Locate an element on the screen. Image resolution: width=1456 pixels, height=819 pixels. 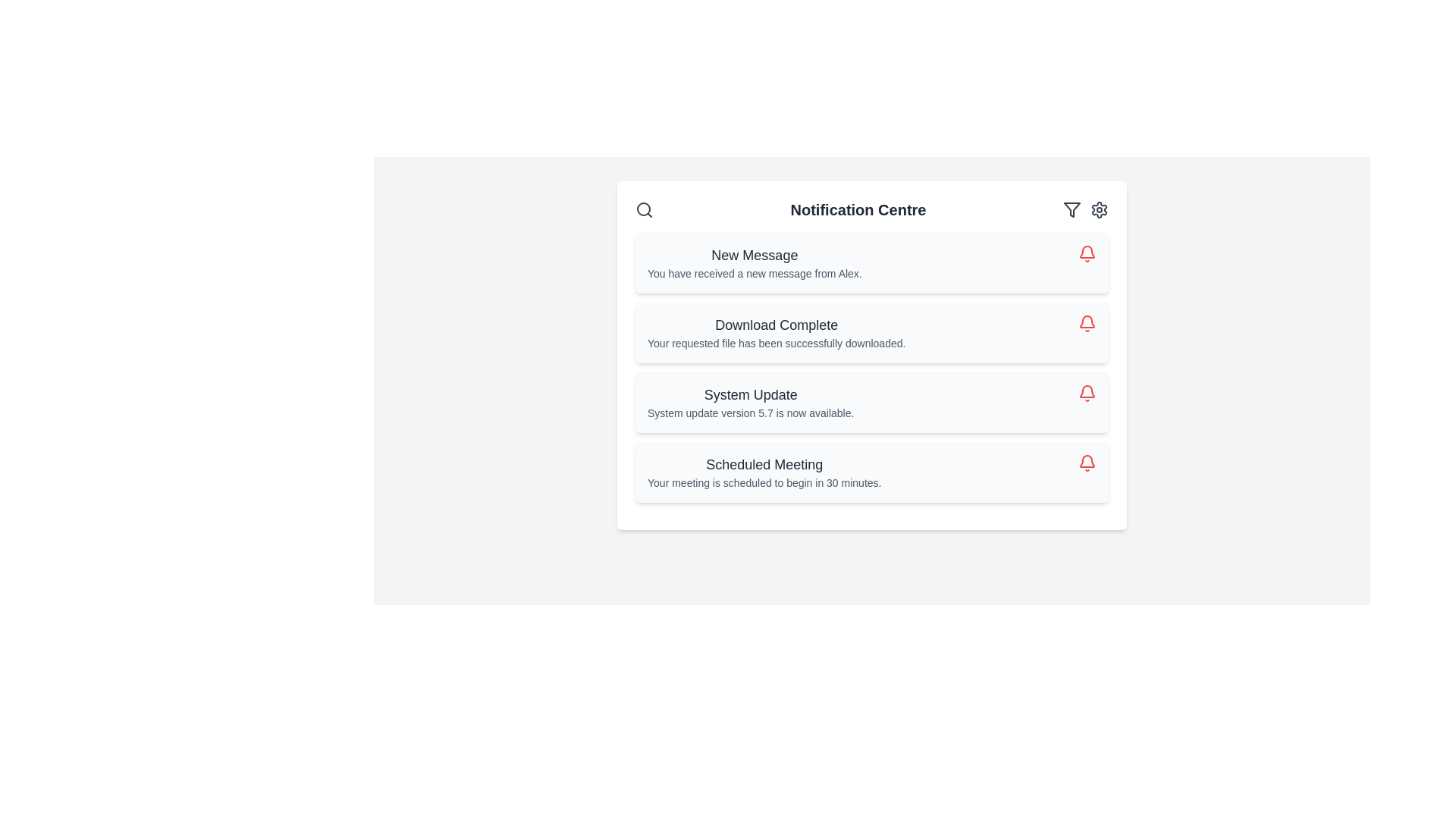
the Notification Card that indicates the successful completion of a file download, located between the 'New Message' and 'System Update' notifications in the notification center is located at coordinates (872, 332).